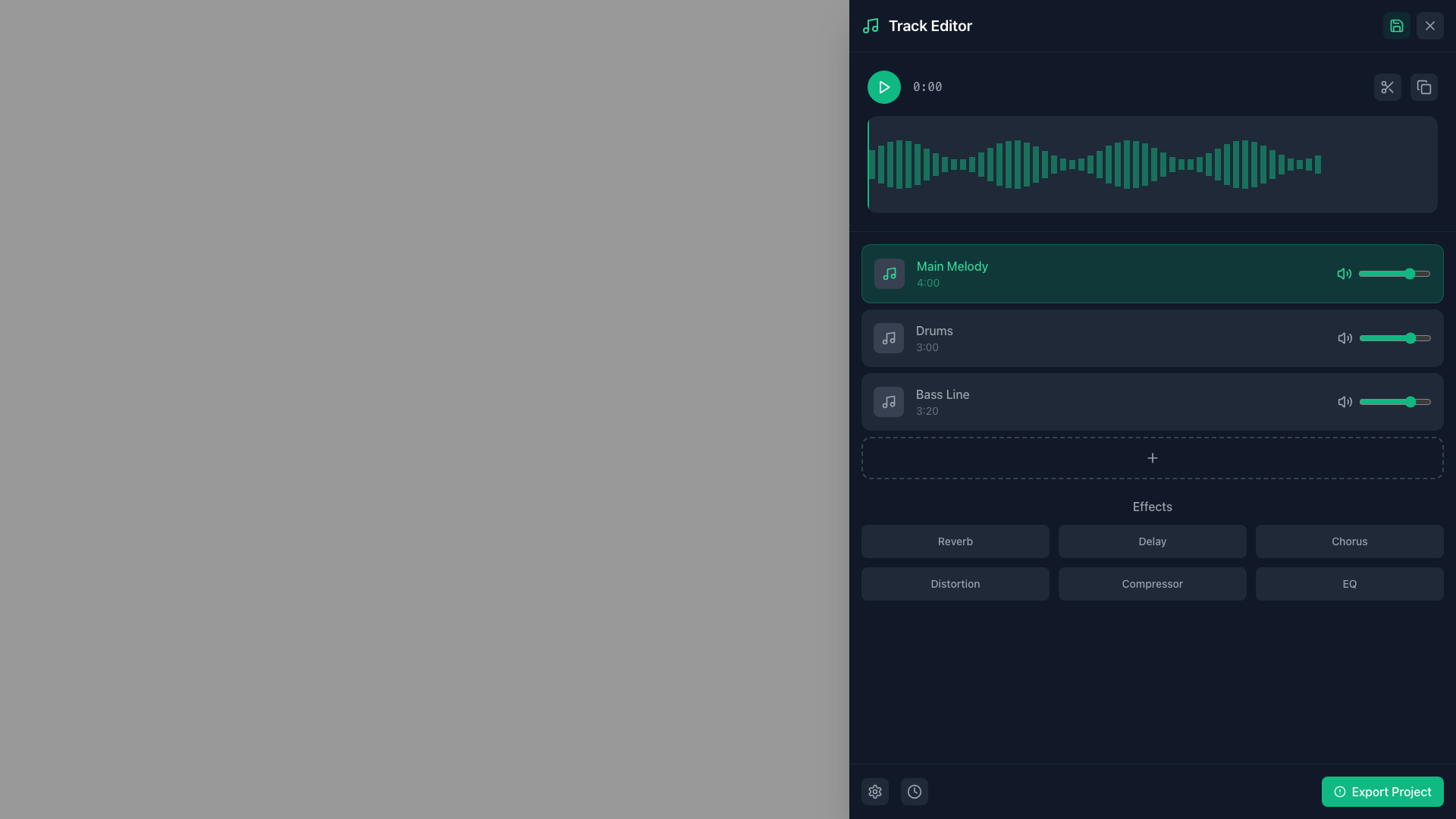 This screenshot has height=819, width=1456. What do you see at coordinates (1422, 400) in the screenshot?
I see `the volume slider` at bounding box center [1422, 400].